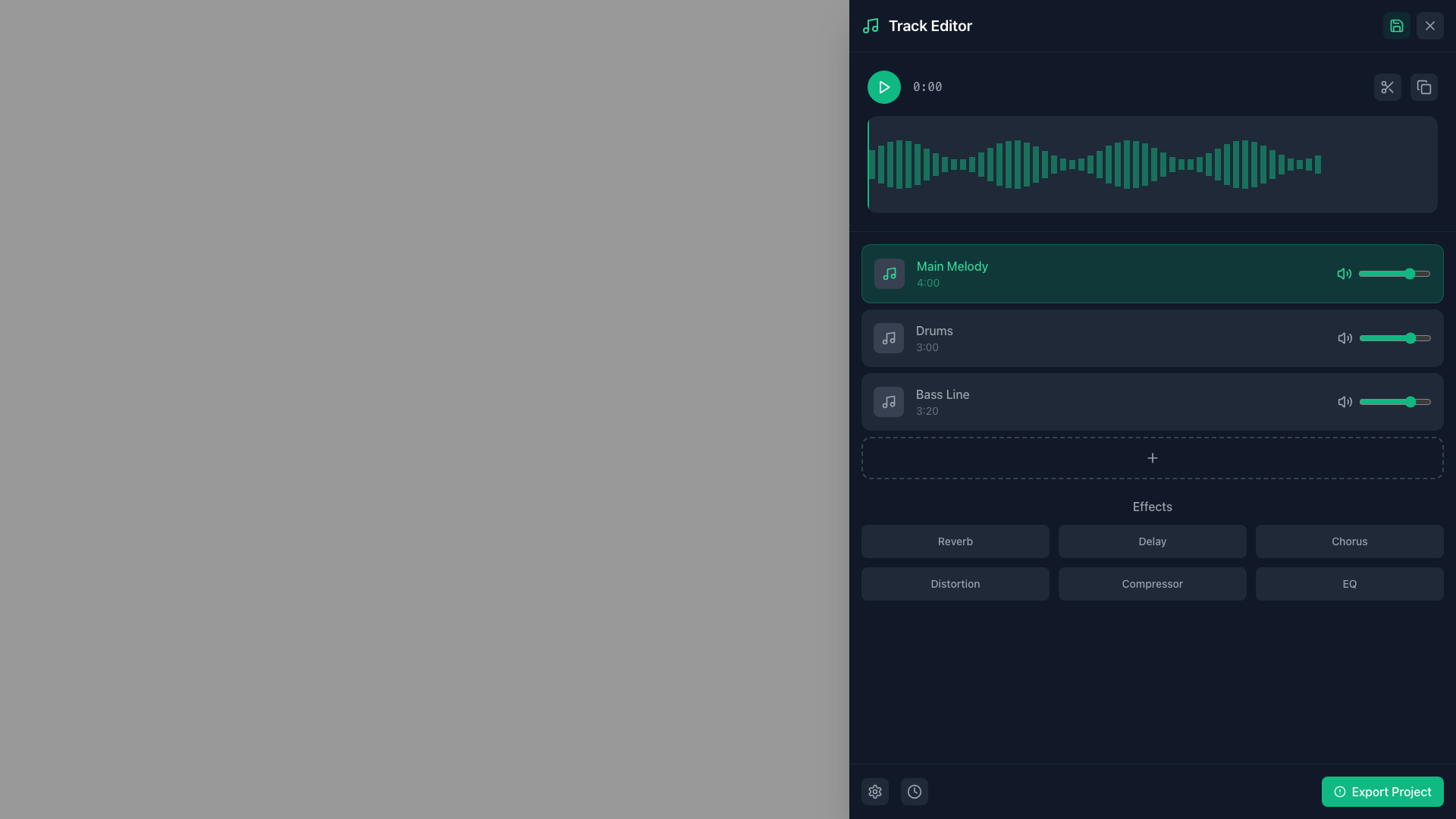 This screenshot has height=819, width=1456. What do you see at coordinates (1422, 400) in the screenshot?
I see `the volume slider` at bounding box center [1422, 400].